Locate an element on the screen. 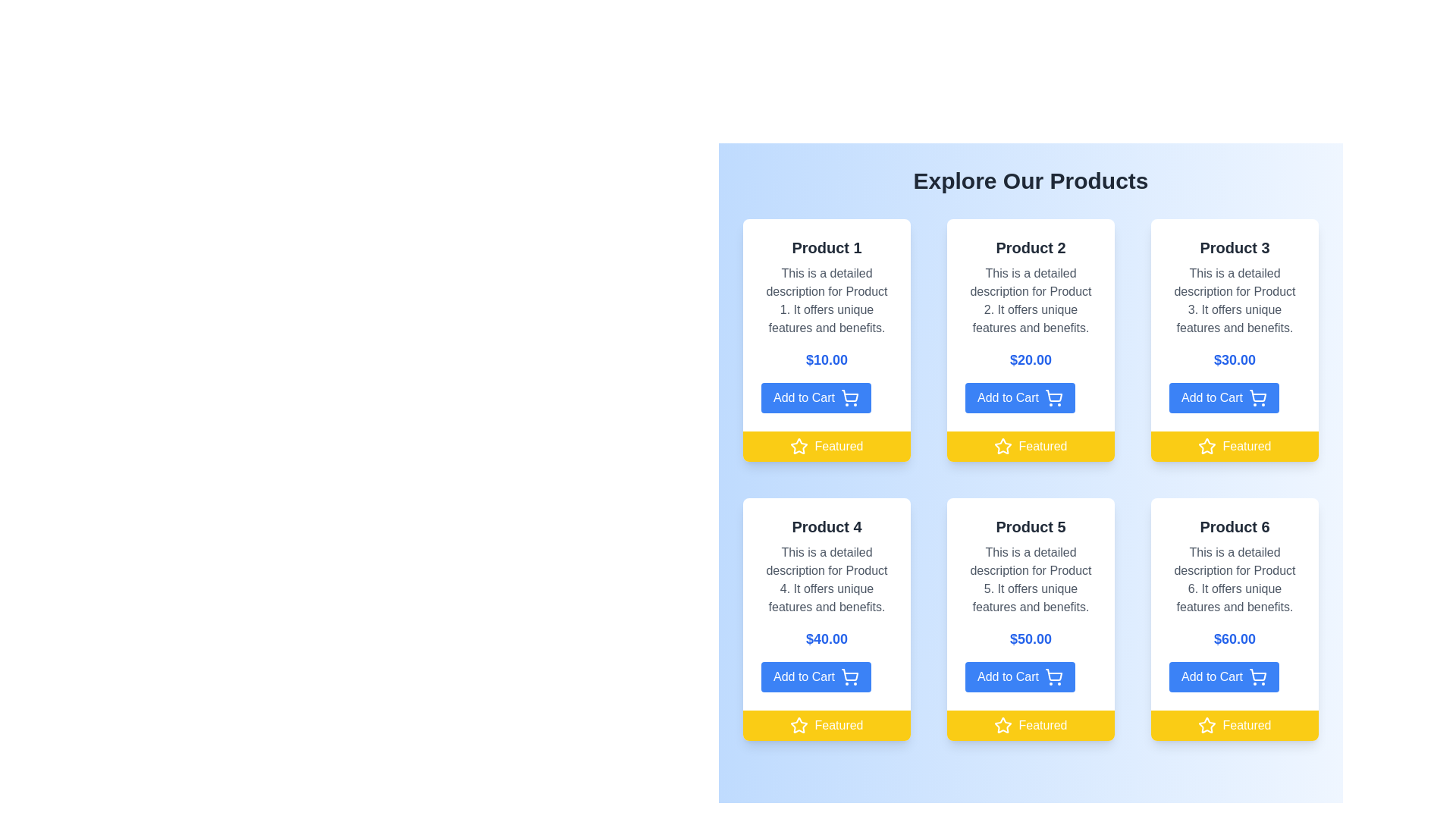 The height and width of the screenshot is (819, 1456). the 'Add to Cart' button with a blue background and white text located at the bottom of the 'Product 1' card is located at coordinates (815, 397).